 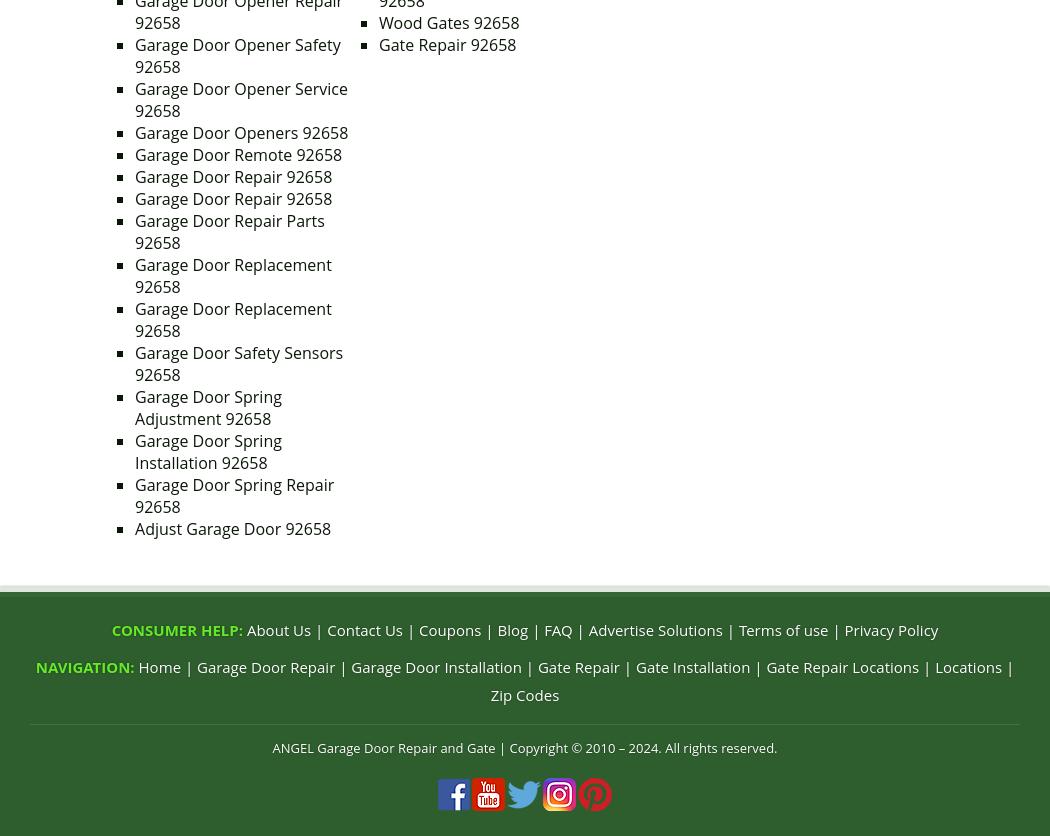 I want to click on 'Gate Repair Locations', so click(x=842, y=666).